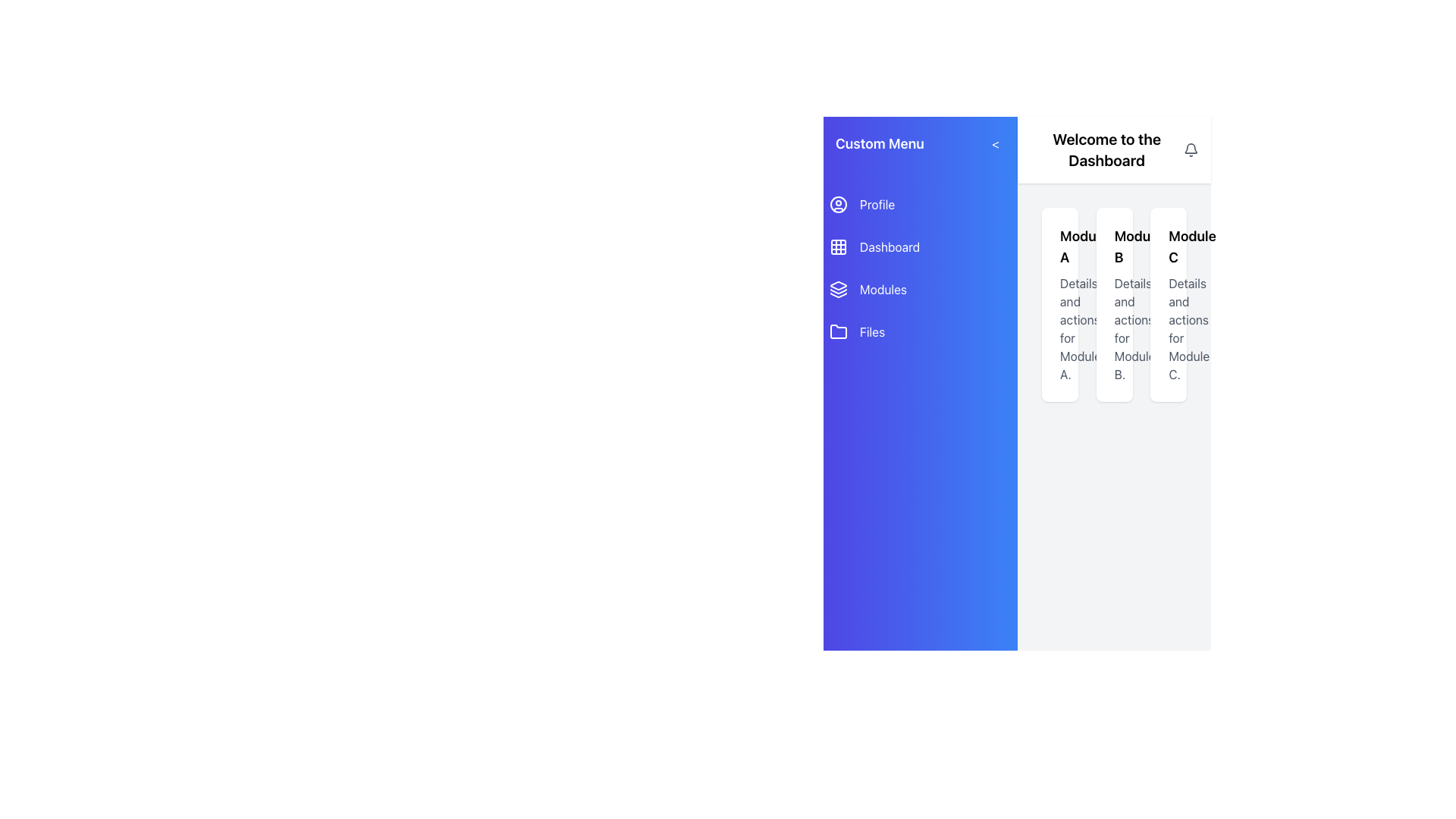 This screenshot has width=1456, height=819. Describe the element at coordinates (837, 286) in the screenshot. I see `the 'Modules' icon in the sidebar menu, which is the third icon in the vertical list on the left side of the interface` at that location.